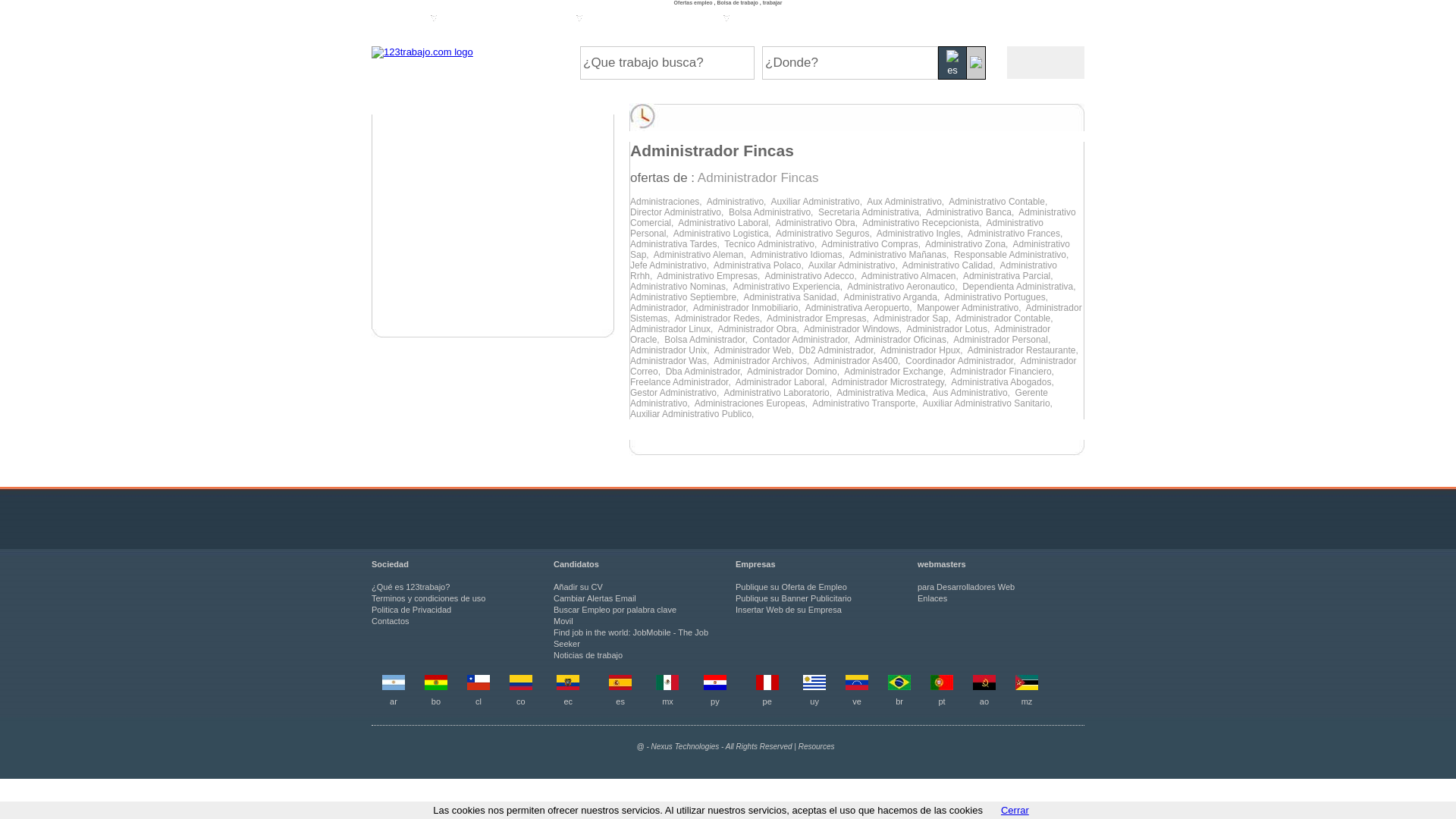 The height and width of the screenshot is (819, 1456). Describe the element at coordinates (815, 745) in the screenshot. I see `'Resources'` at that location.